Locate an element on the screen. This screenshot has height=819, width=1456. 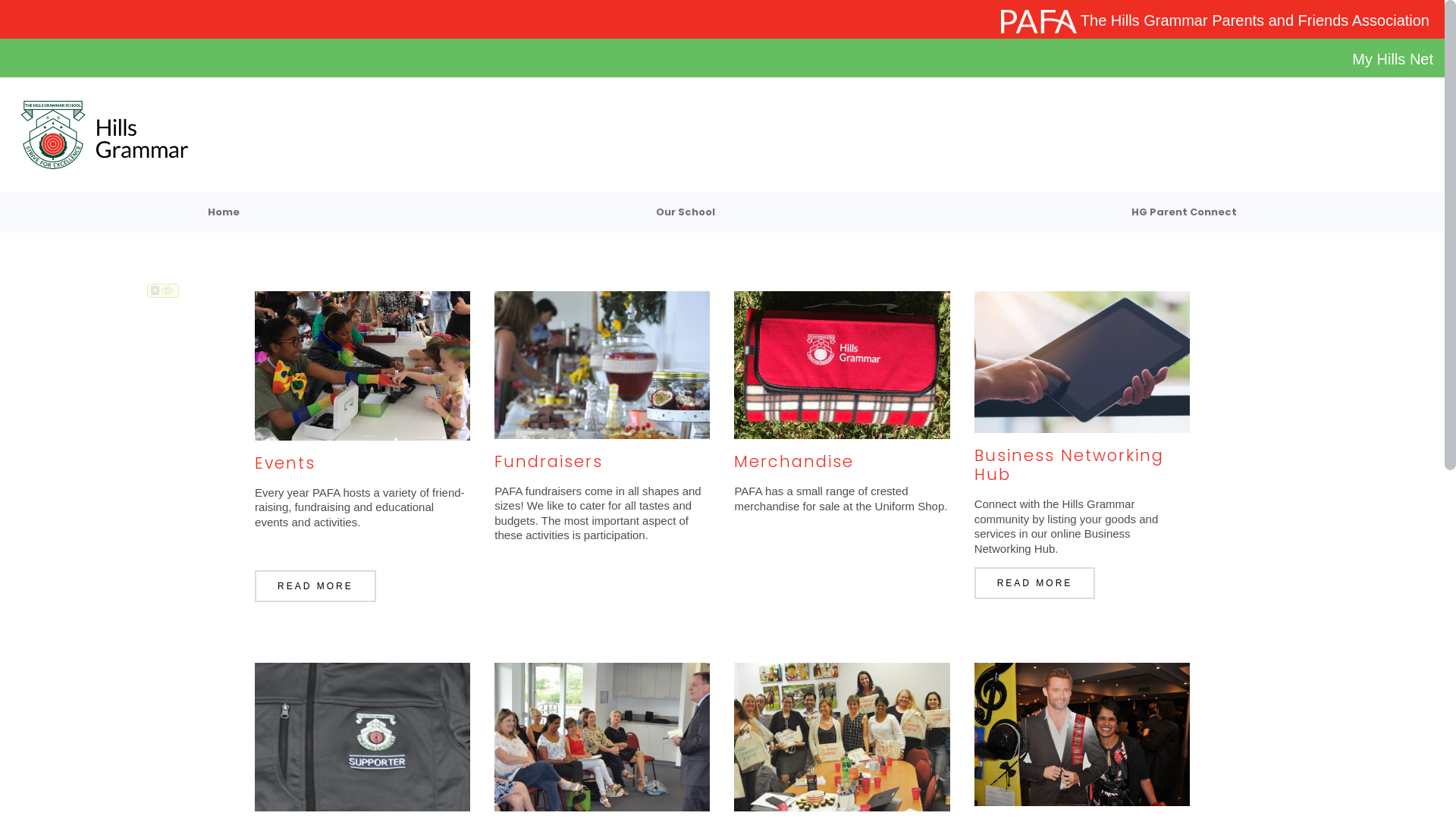
'HG Parent Connect' is located at coordinates (1182, 212).